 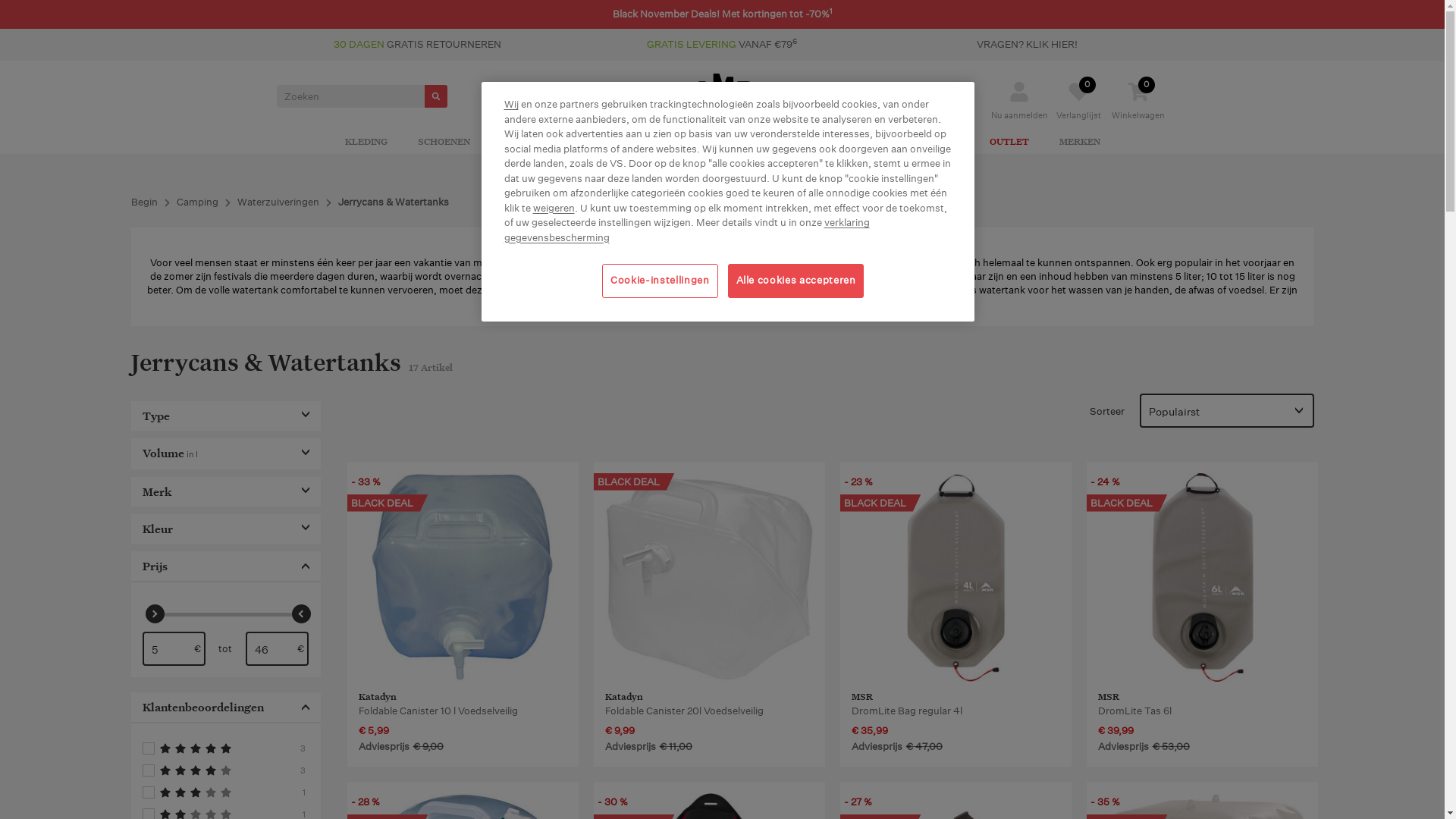 What do you see at coordinates (844, 143) in the screenshot?
I see `'ACTIVITEITEN'` at bounding box center [844, 143].